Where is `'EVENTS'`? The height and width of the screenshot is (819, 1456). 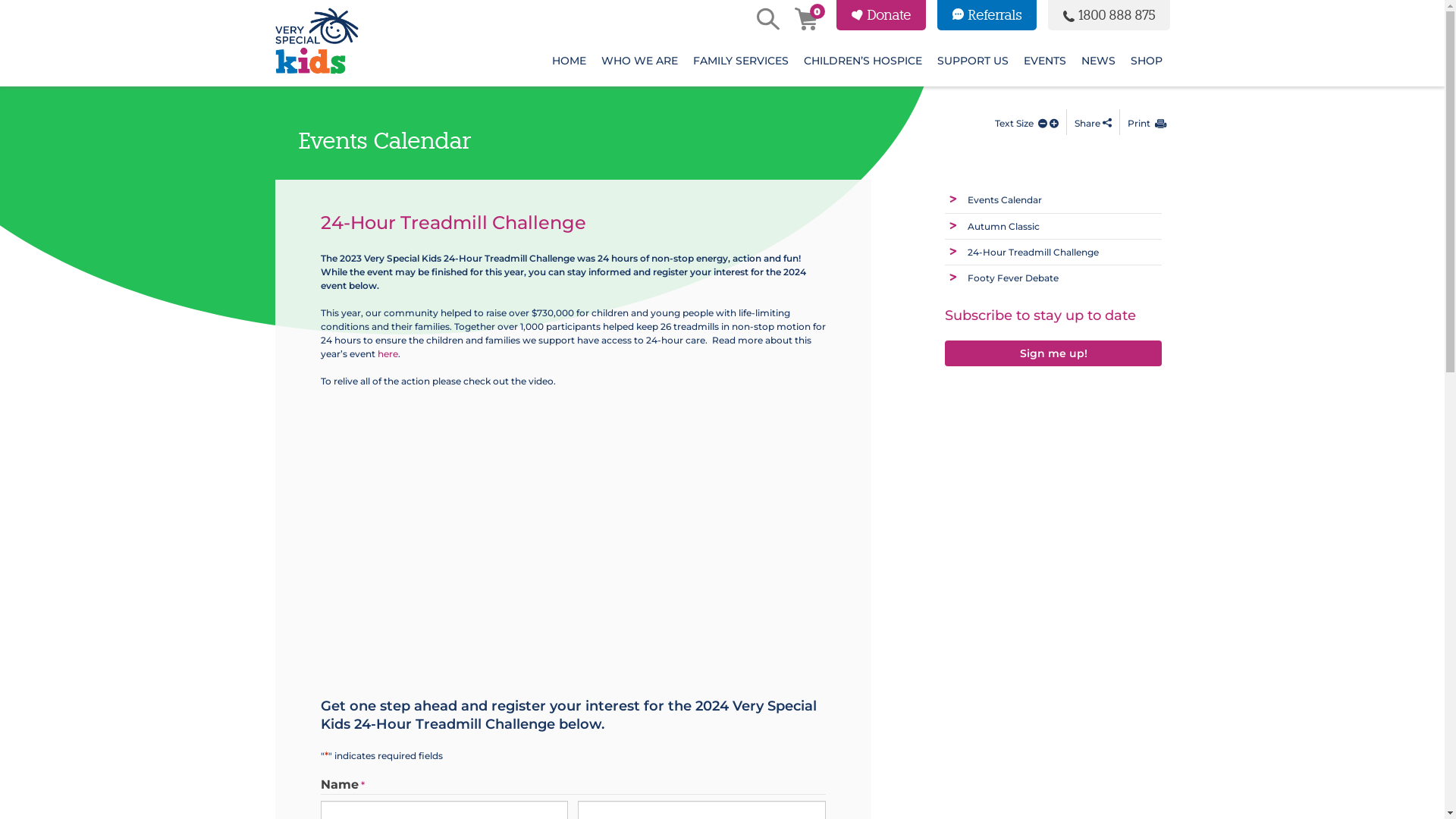 'EVENTS' is located at coordinates (1043, 60).